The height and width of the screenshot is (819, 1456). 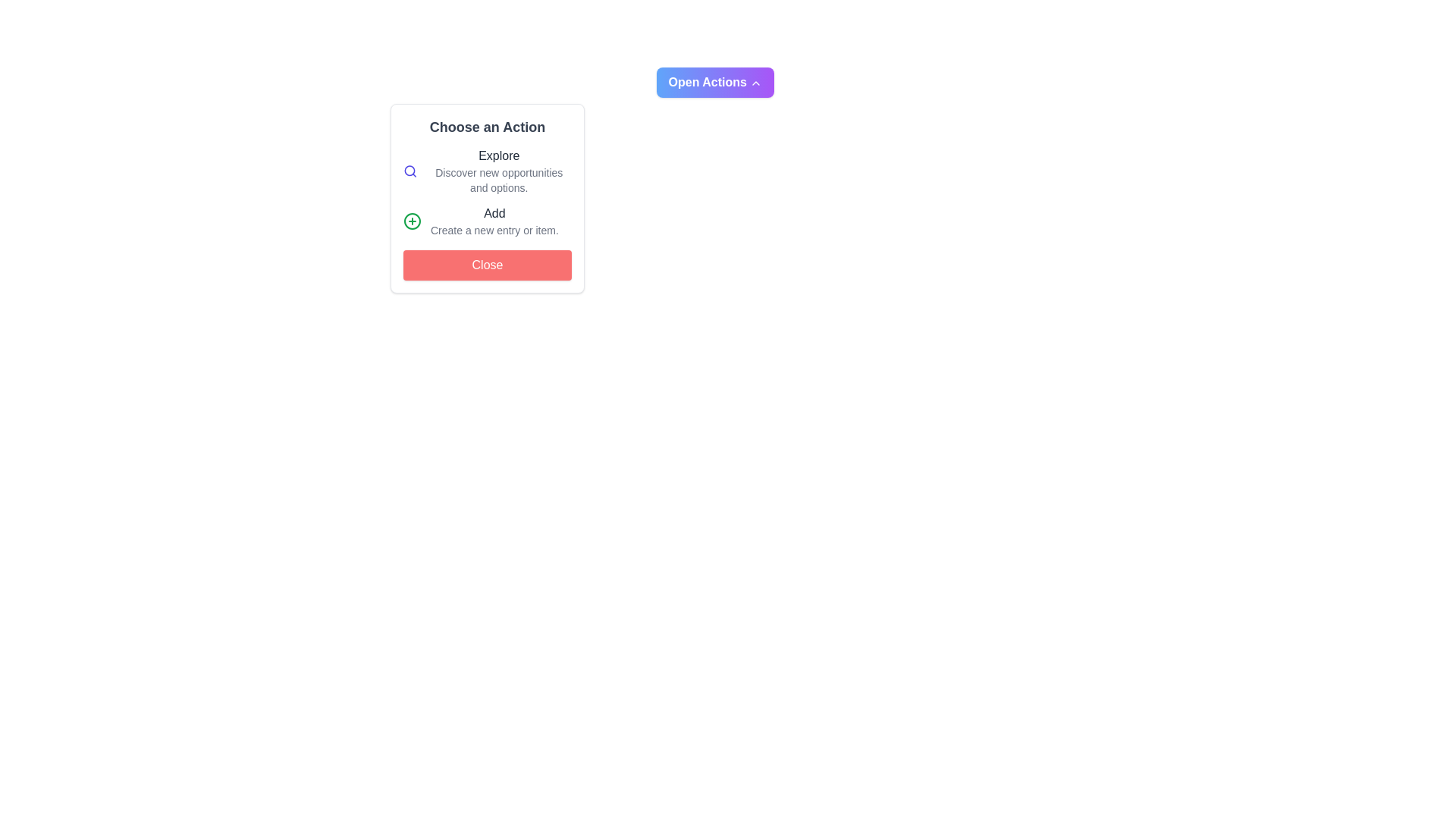 I want to click on the magnifying glass icon, styled in a modern outline design with a dark indigo color, located to the left of the 'Explore' text within the 'Choose an Action' card, so click(x=410, y=171).